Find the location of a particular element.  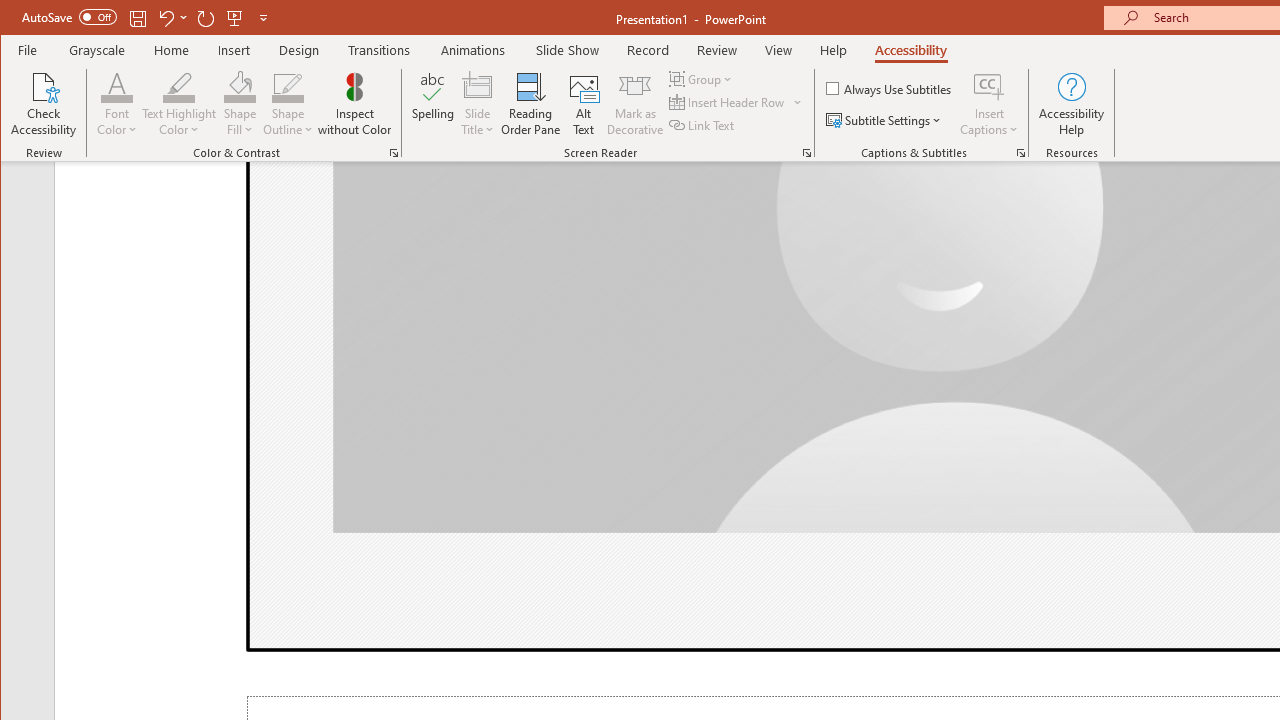

'Always Use Subtitles' is located at coordinates (889, 87).